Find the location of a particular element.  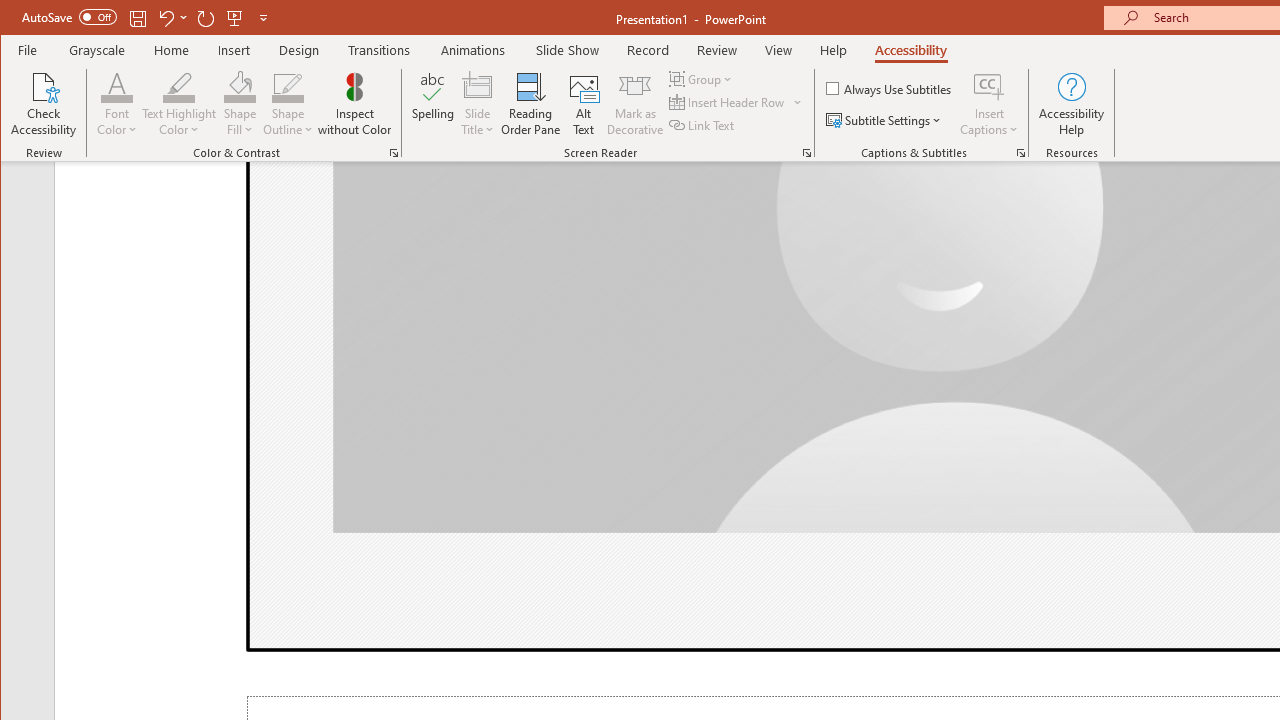

'Always Use Subtitles' is located at coordinates (889, 87).